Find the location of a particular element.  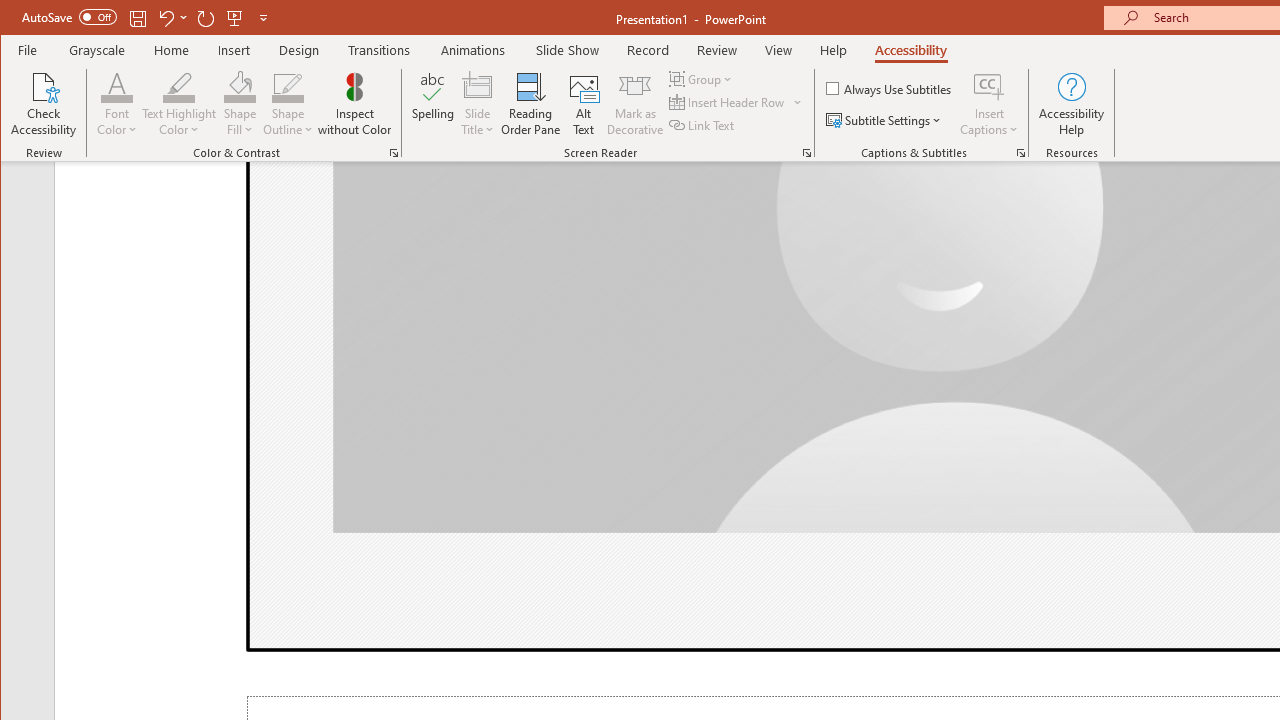

'Always Use Subtitles' is located at coordinates (889, 87).